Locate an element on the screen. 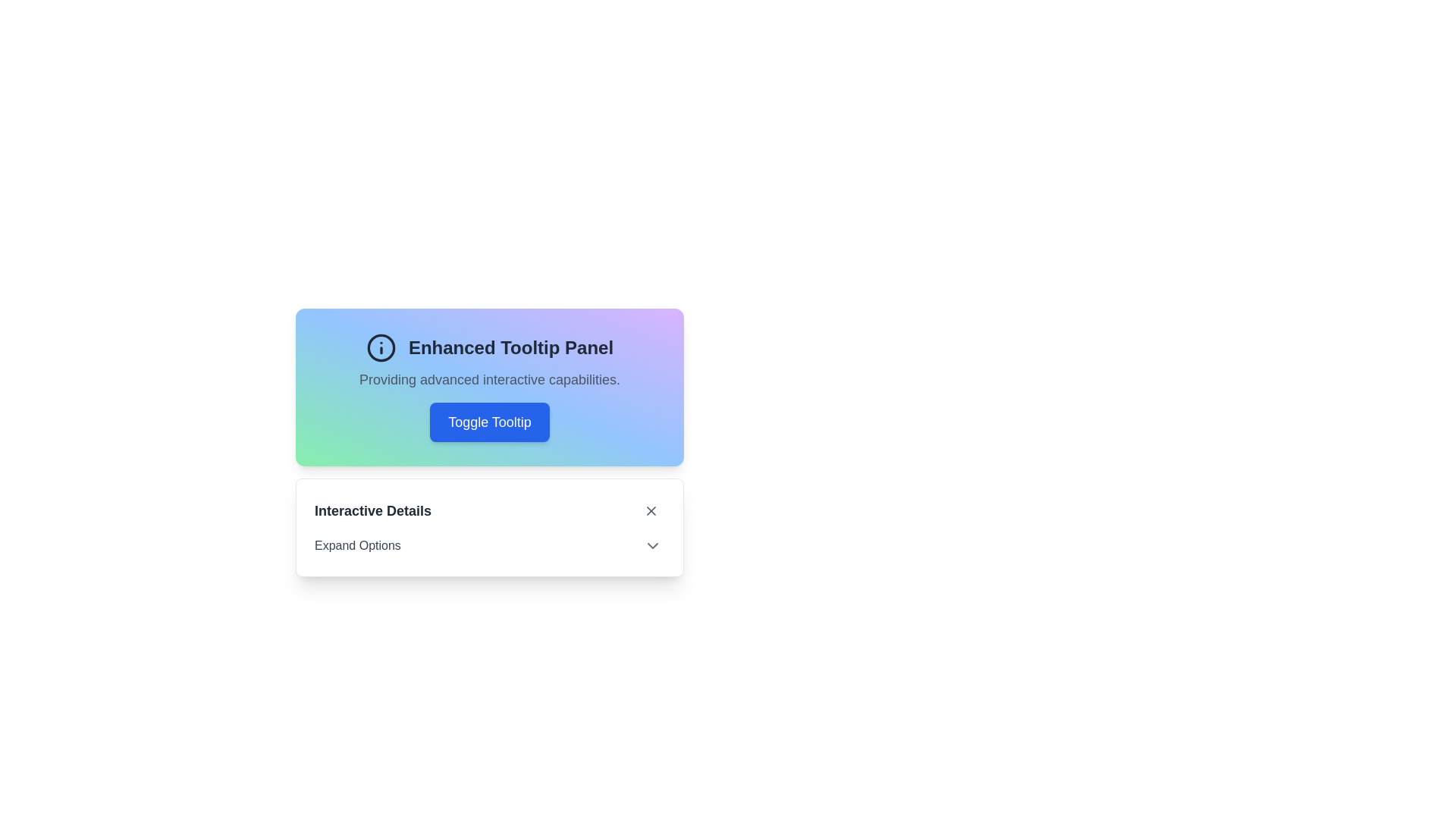  the Dropdown Trigger Icon located to the right of the 'Expand Options' text is located at coordinates (652, 546).